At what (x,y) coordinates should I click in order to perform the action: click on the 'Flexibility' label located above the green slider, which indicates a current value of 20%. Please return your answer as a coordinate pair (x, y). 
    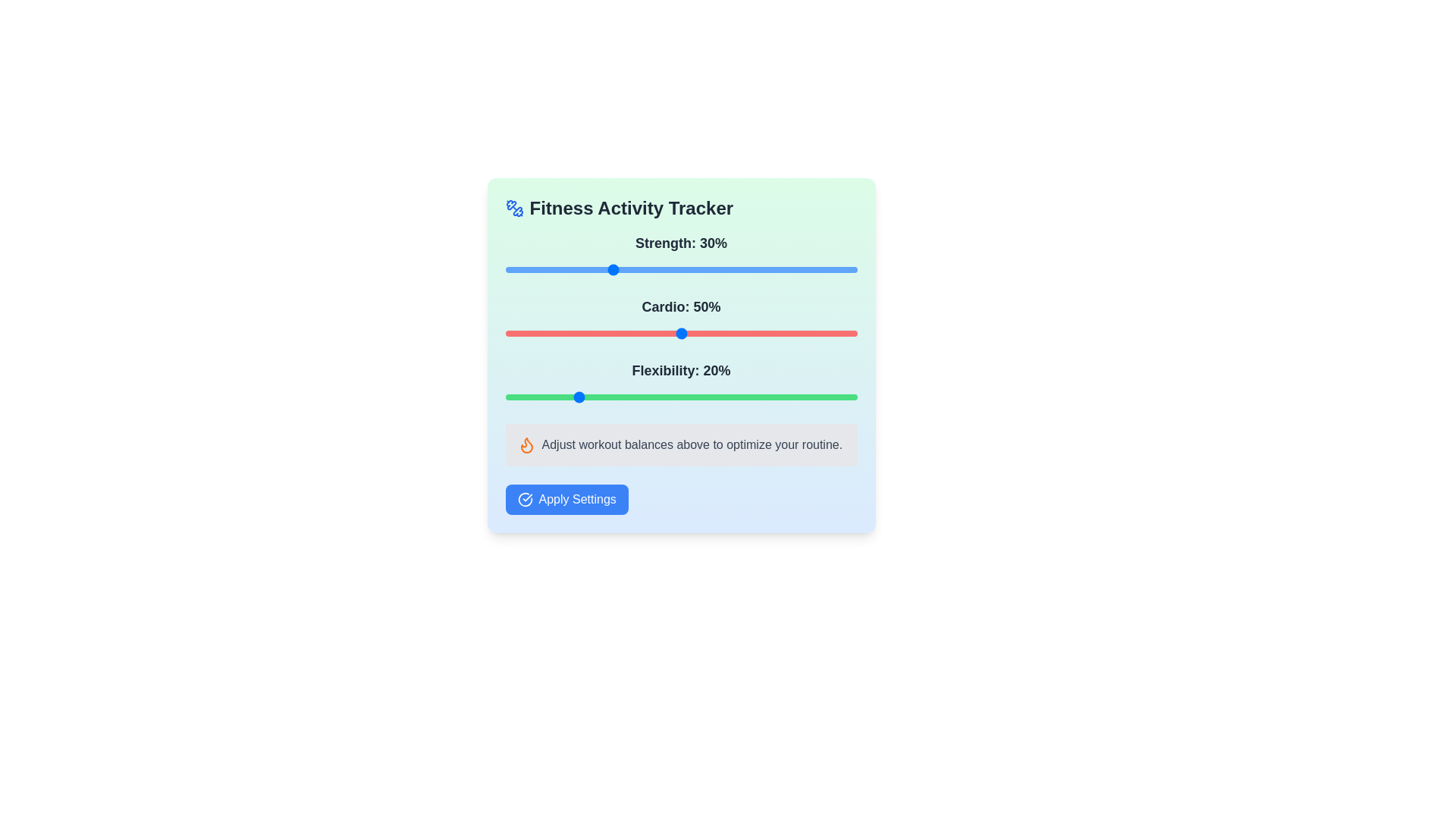
    Looking at the image, I should click on (680, 371).